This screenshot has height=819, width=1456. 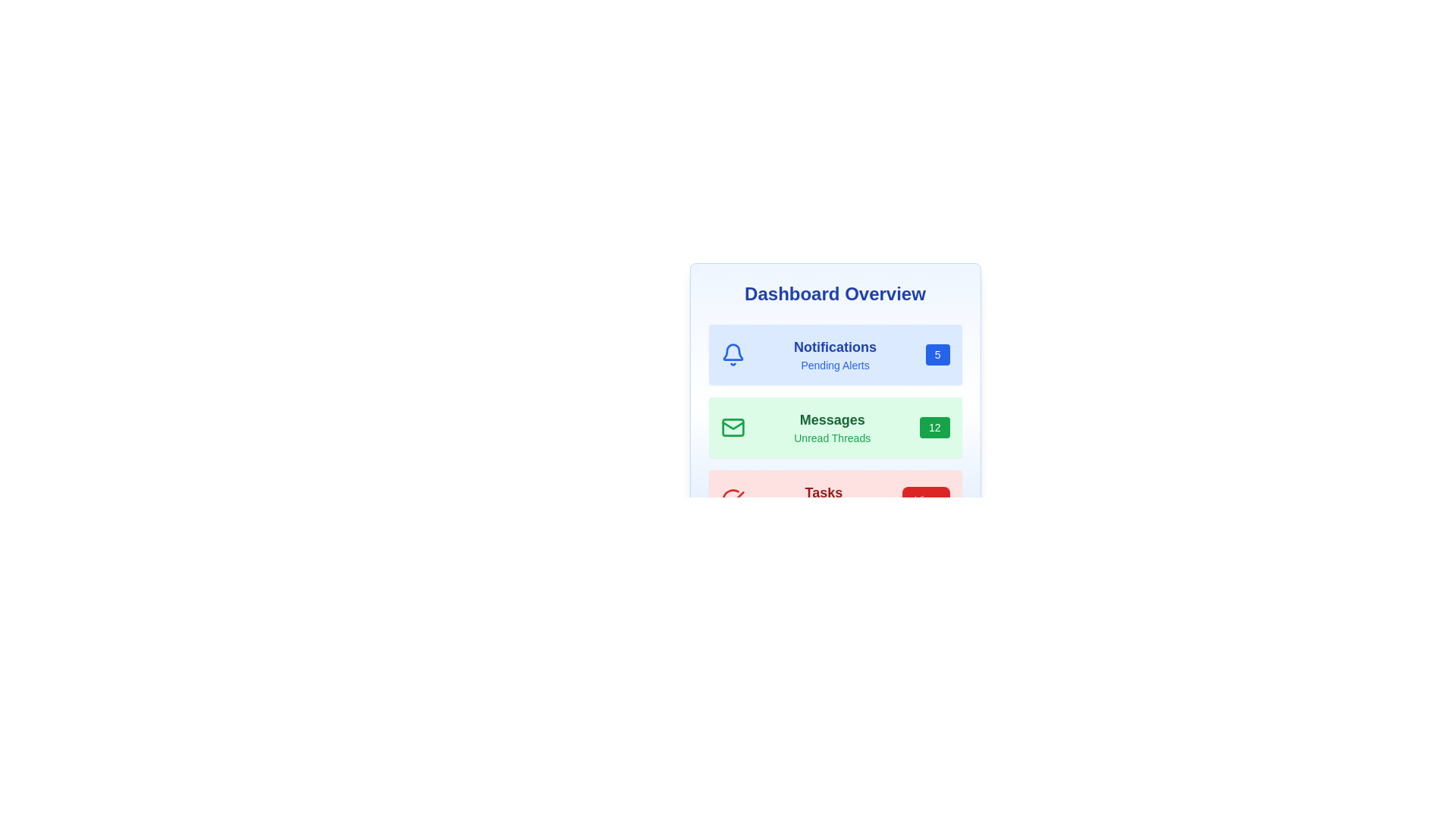 What do you see at coordinates (823, 500) in the screenshot?
I see `the text label indicating 'Tasks Completed Goals View' which is centrally located in its section and serves as a header for tasks and completed goals` at bounding box center [823, 500].